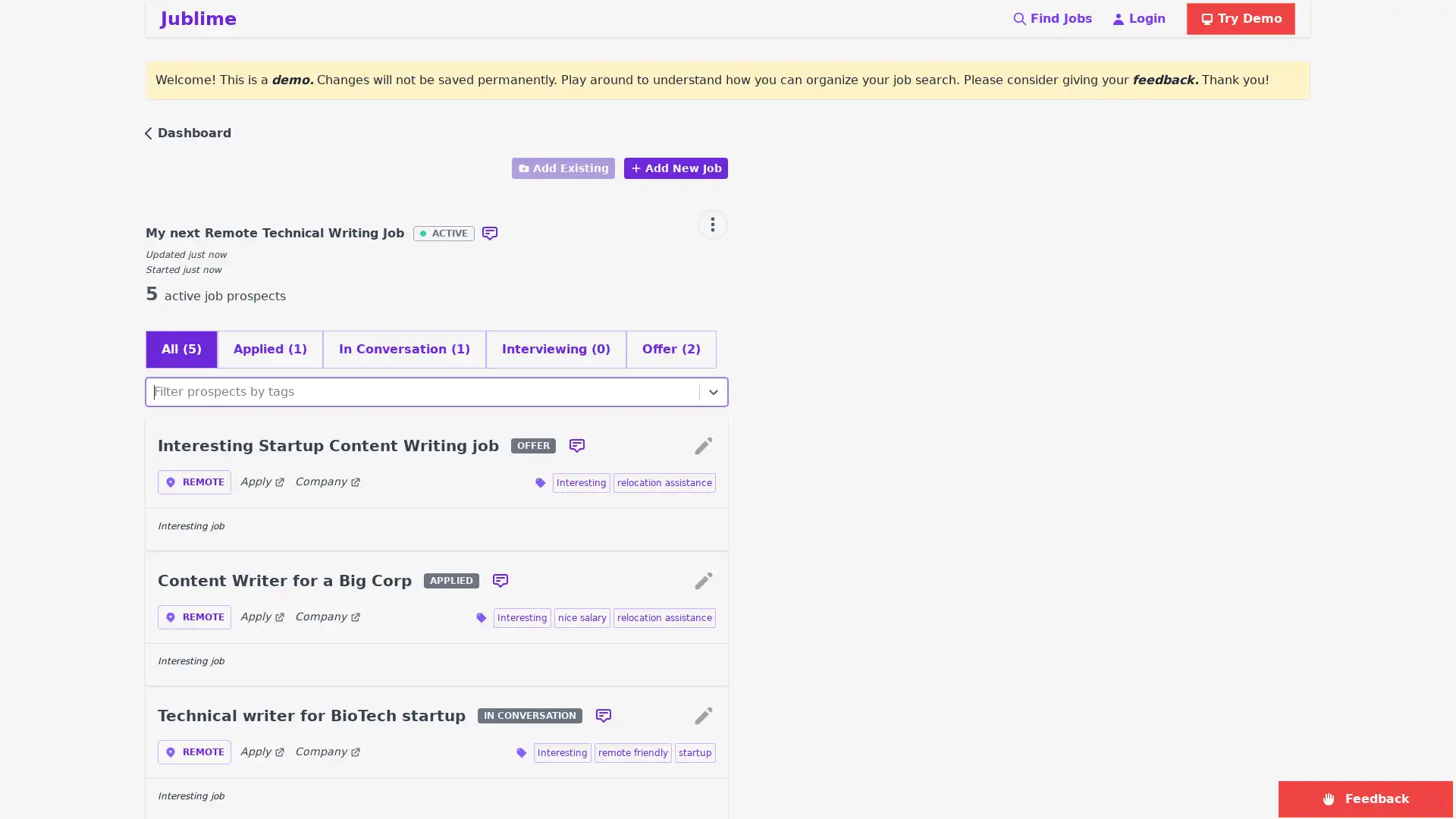 This screenshot has height=819, width=1456. What do you see at coordinates (1051, 18) in the screenshot?
I see `Find Jobs` at bounding box center [1051, 18].